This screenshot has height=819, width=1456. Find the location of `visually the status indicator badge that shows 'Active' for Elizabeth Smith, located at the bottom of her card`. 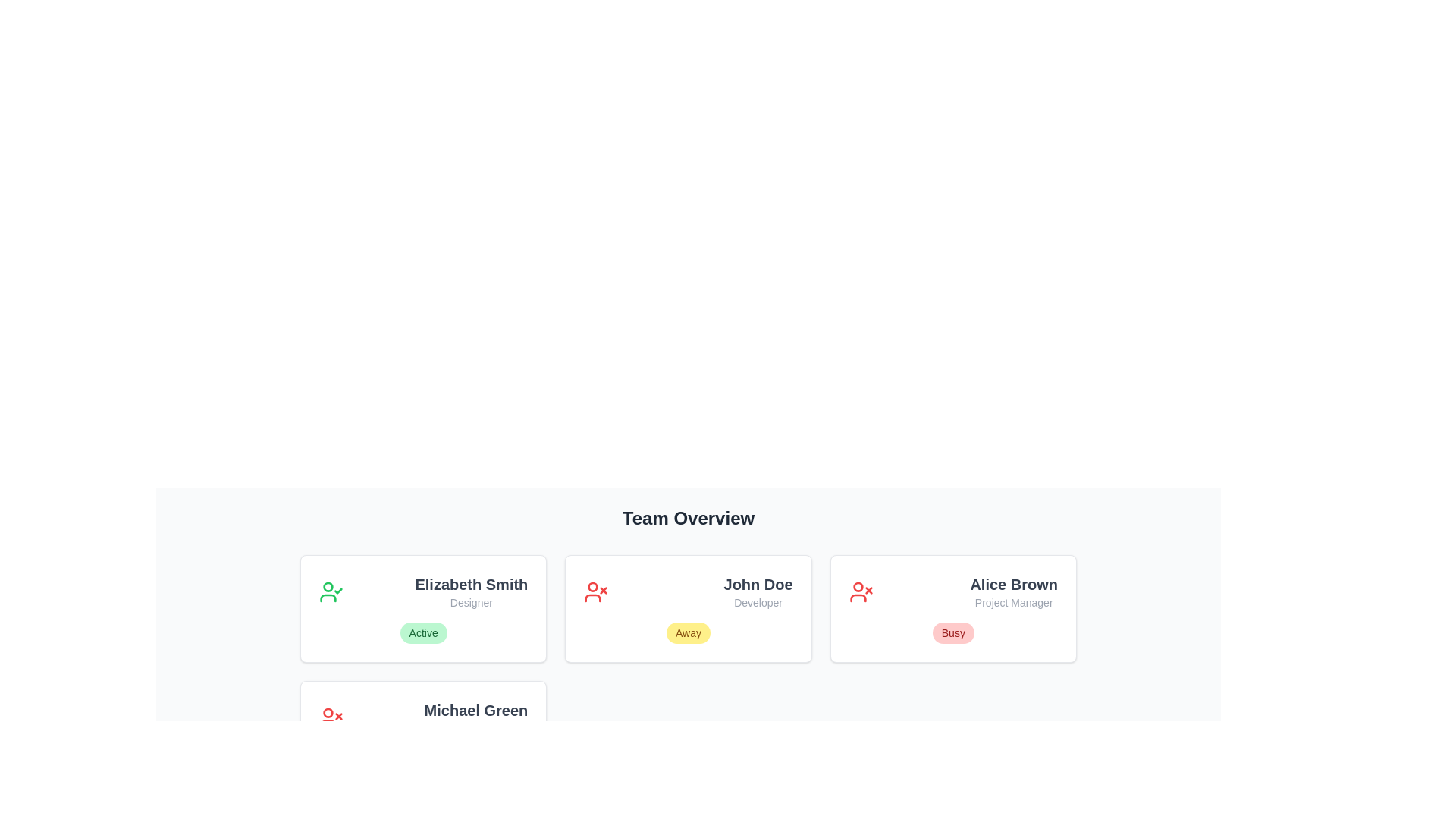

visually the status indicator badge that shows 'Active' for Elizabeth Smith, located at the bottom of her card is located at coordinates (423, 632).